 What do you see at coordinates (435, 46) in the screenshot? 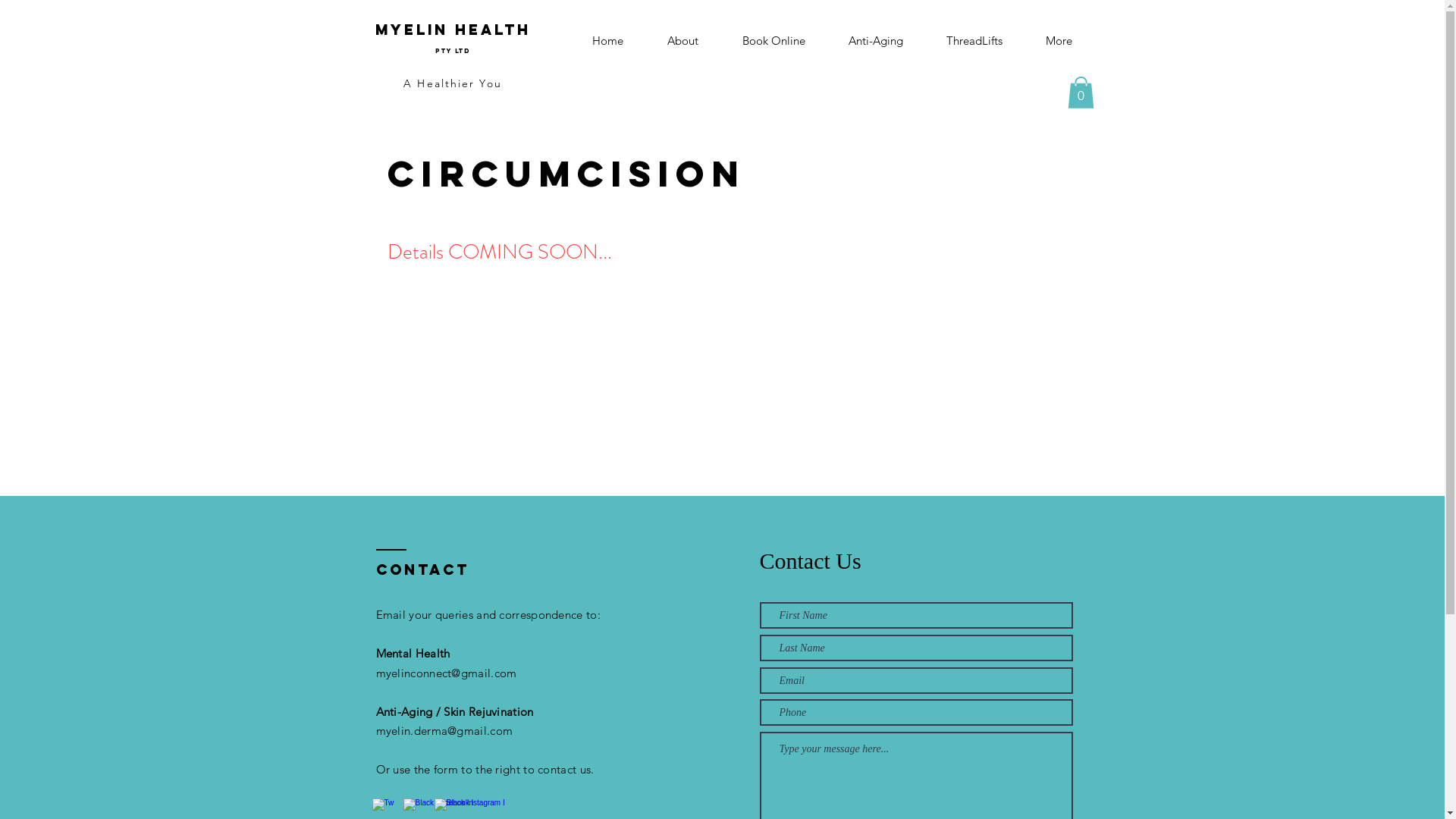
I see `'Pty Ltd'` at bounding box center [435, 46].